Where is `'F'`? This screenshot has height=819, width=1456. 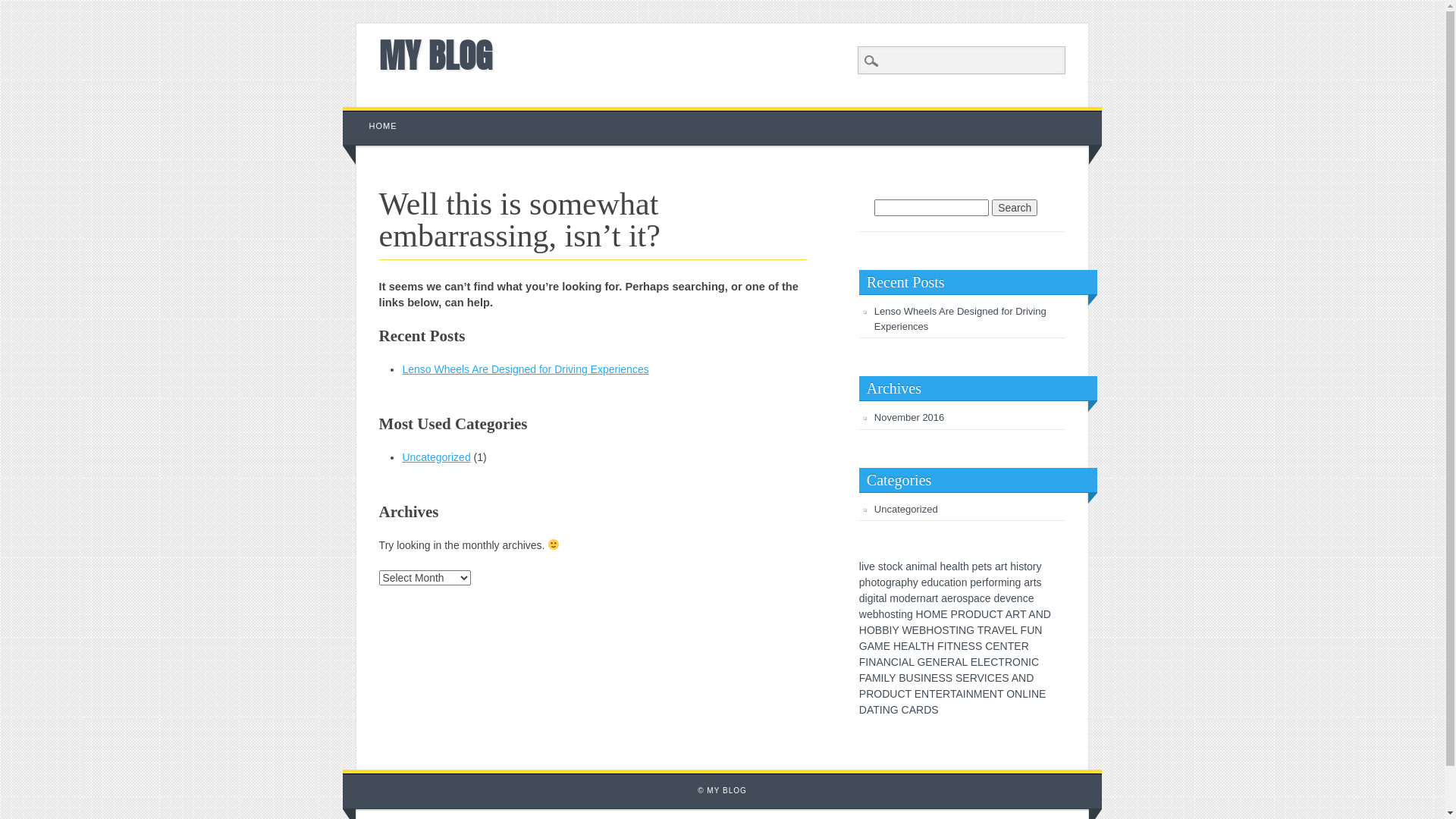 'F' is located at coordinates (858, 661).